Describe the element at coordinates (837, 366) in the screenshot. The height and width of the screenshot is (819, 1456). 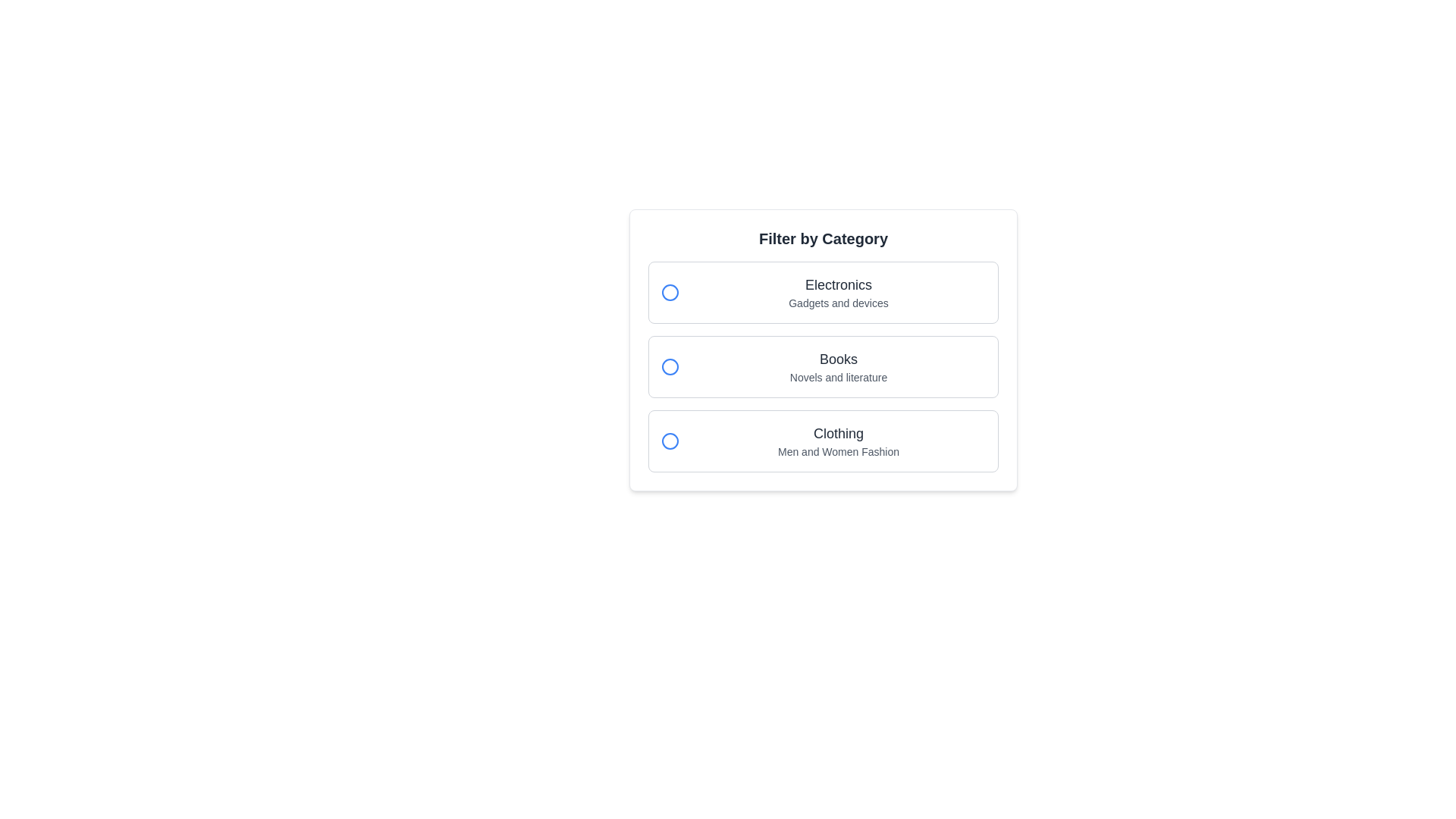
I see `the 'Books' text label, which is the second item in a vertically stacked selection list of categories` at that location.